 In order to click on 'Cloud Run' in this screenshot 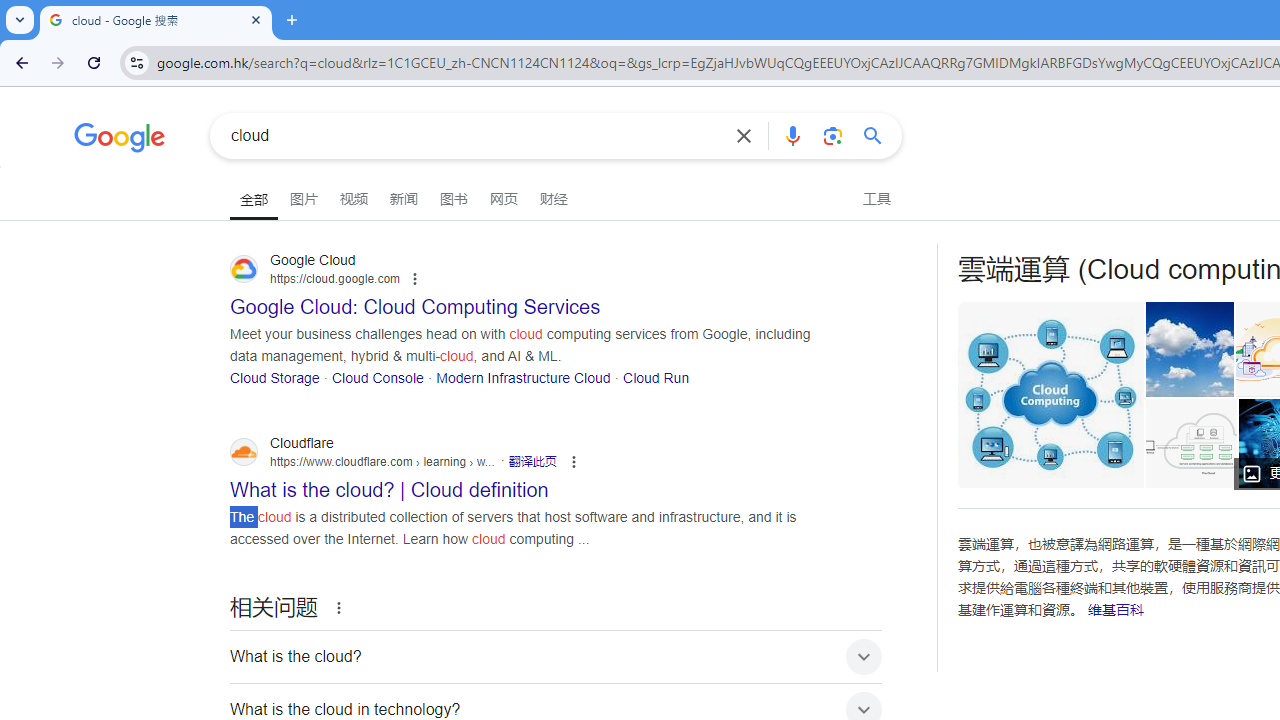, I will do `click(656, 377)`.